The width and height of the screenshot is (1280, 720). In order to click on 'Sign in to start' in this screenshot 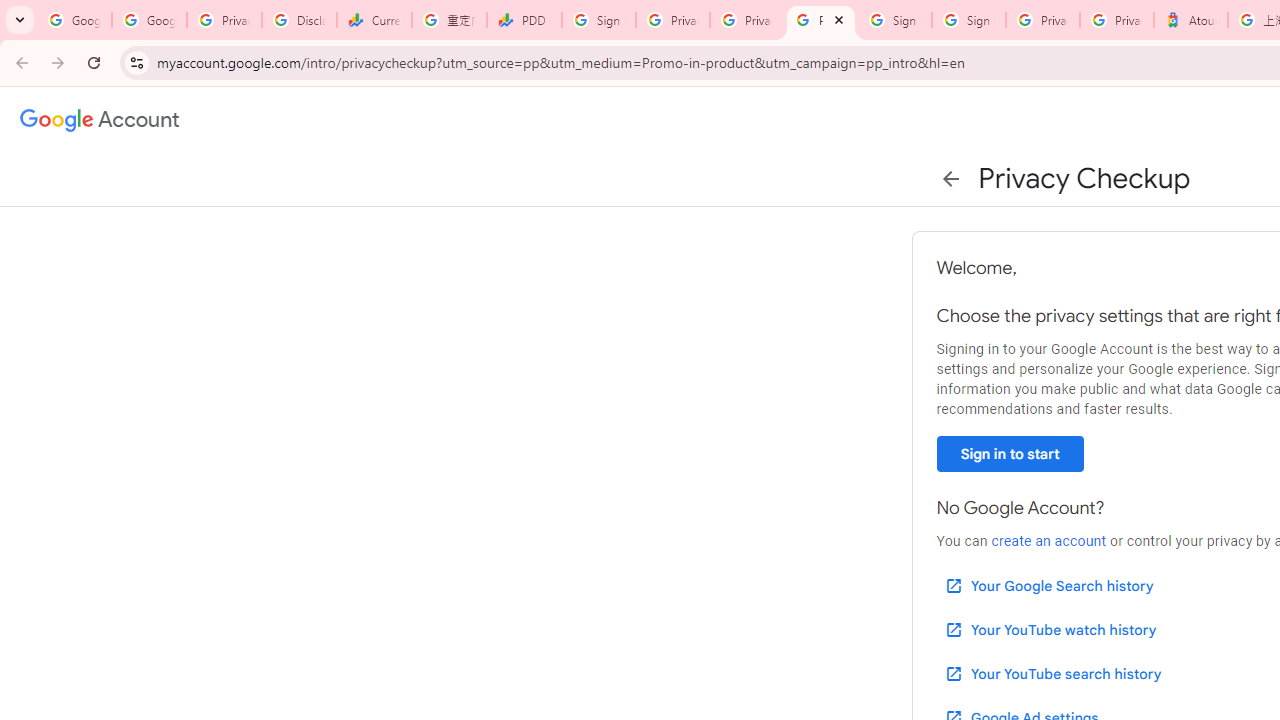, I will do `click(1009, 454)`.